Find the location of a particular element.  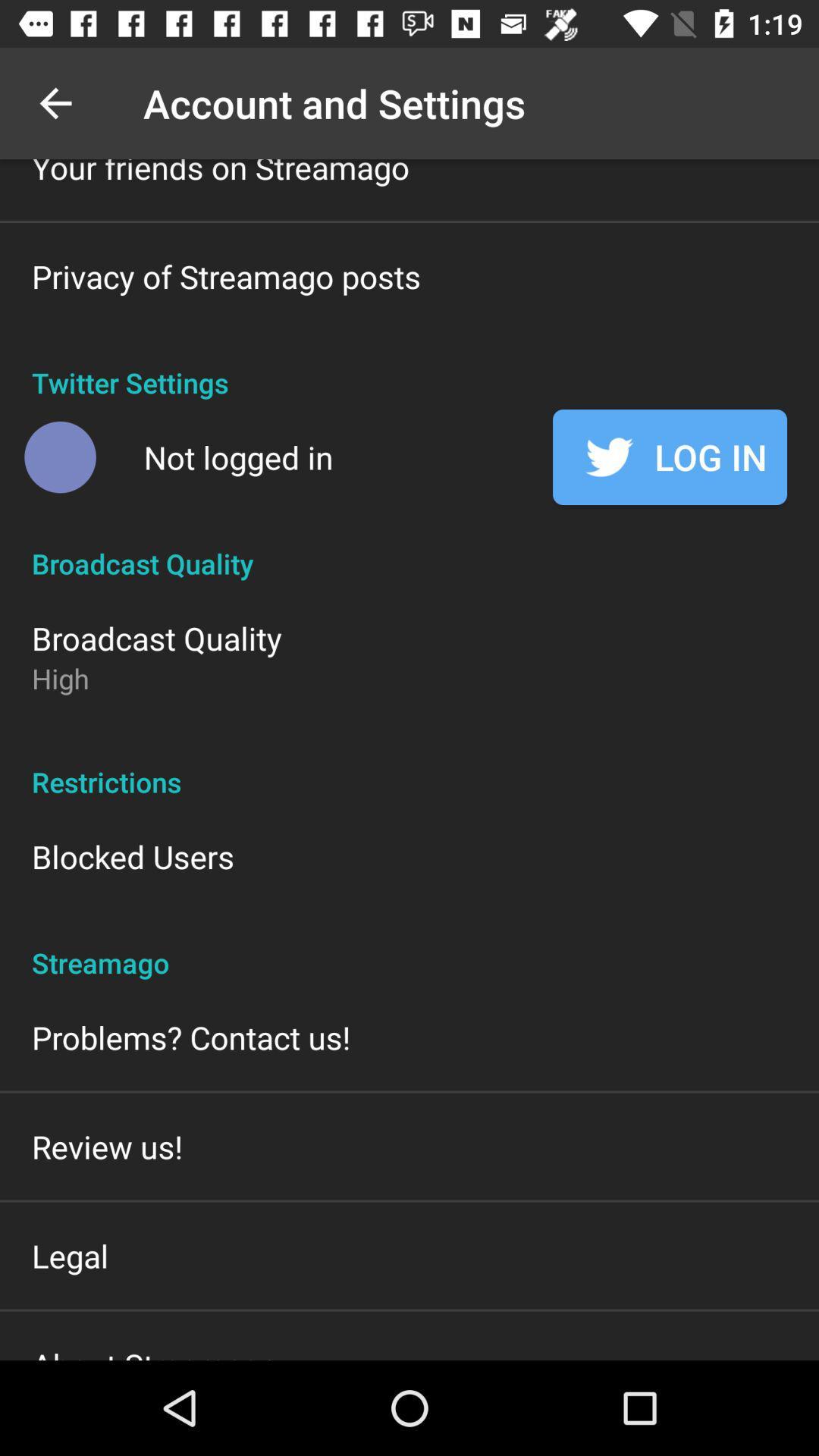

the item below the twitter settings is located at coordinates (669, 457).